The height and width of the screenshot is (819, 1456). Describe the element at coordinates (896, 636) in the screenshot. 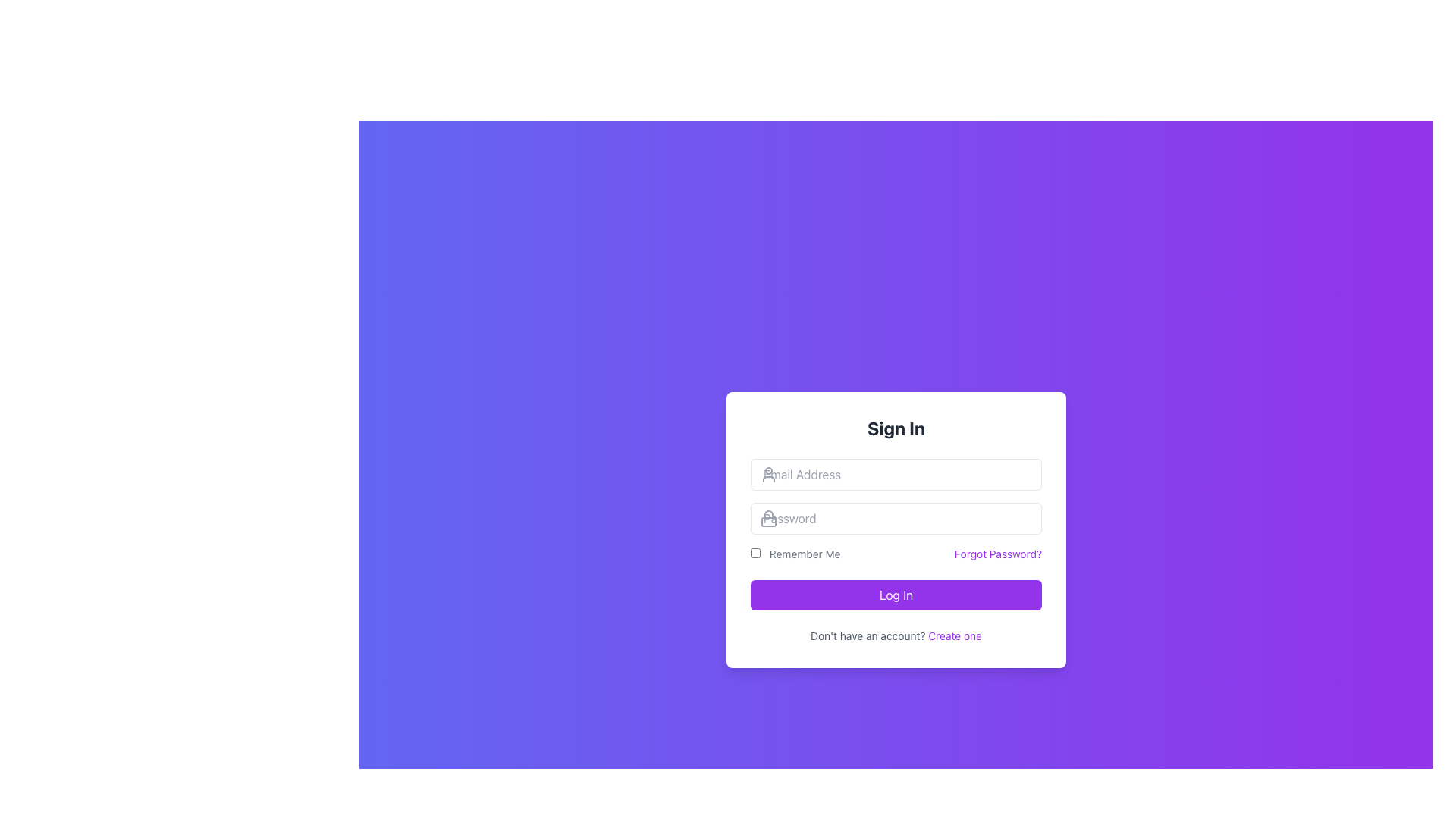

I see `the hyperlink 'Create one' in the text 'Don't have an account? Create one', which is a small gray font with the clickable part highlighted in purple` at that location.